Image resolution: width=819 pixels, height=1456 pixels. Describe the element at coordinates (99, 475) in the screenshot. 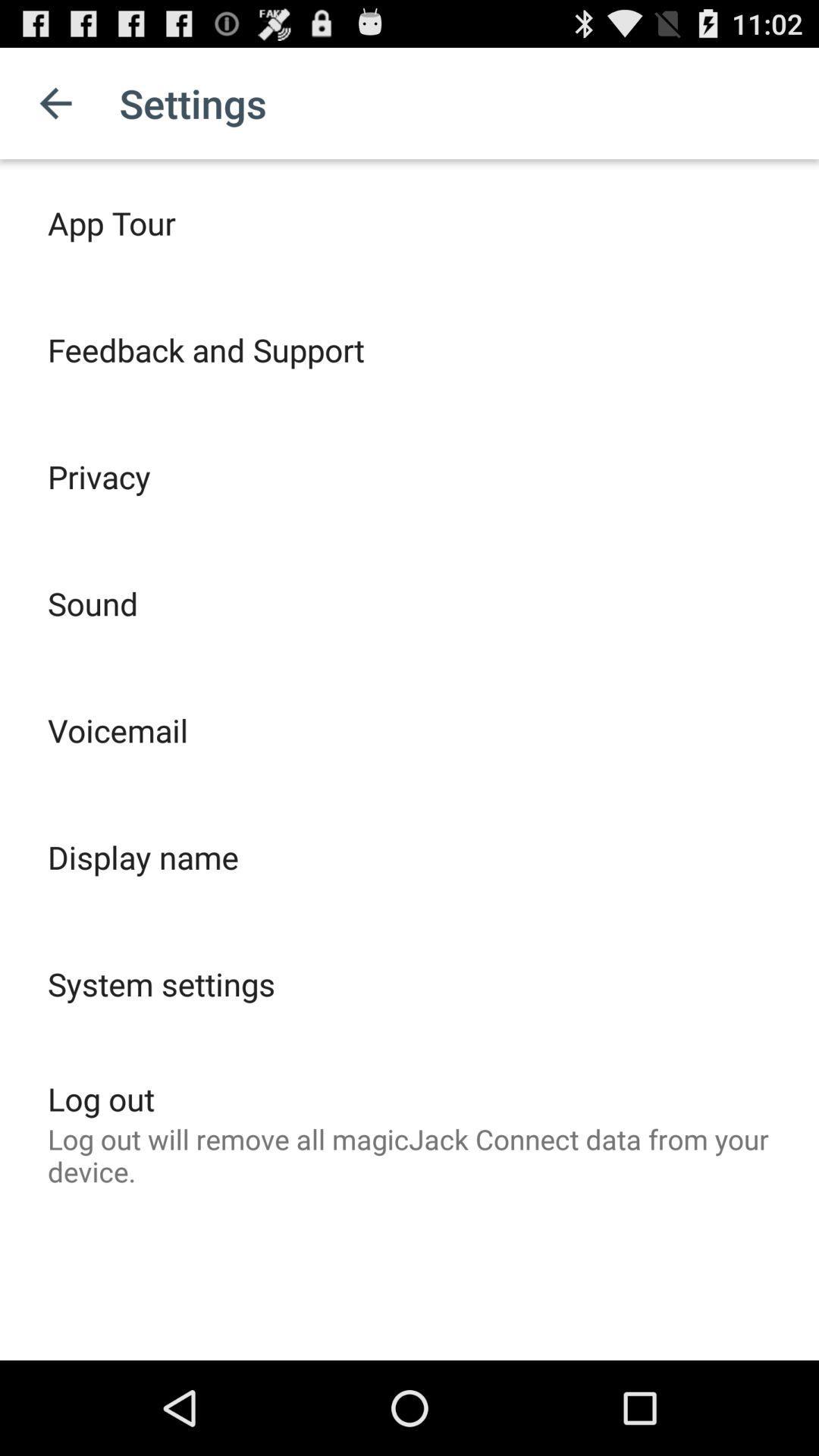

I see `the app above the sound` at that location.